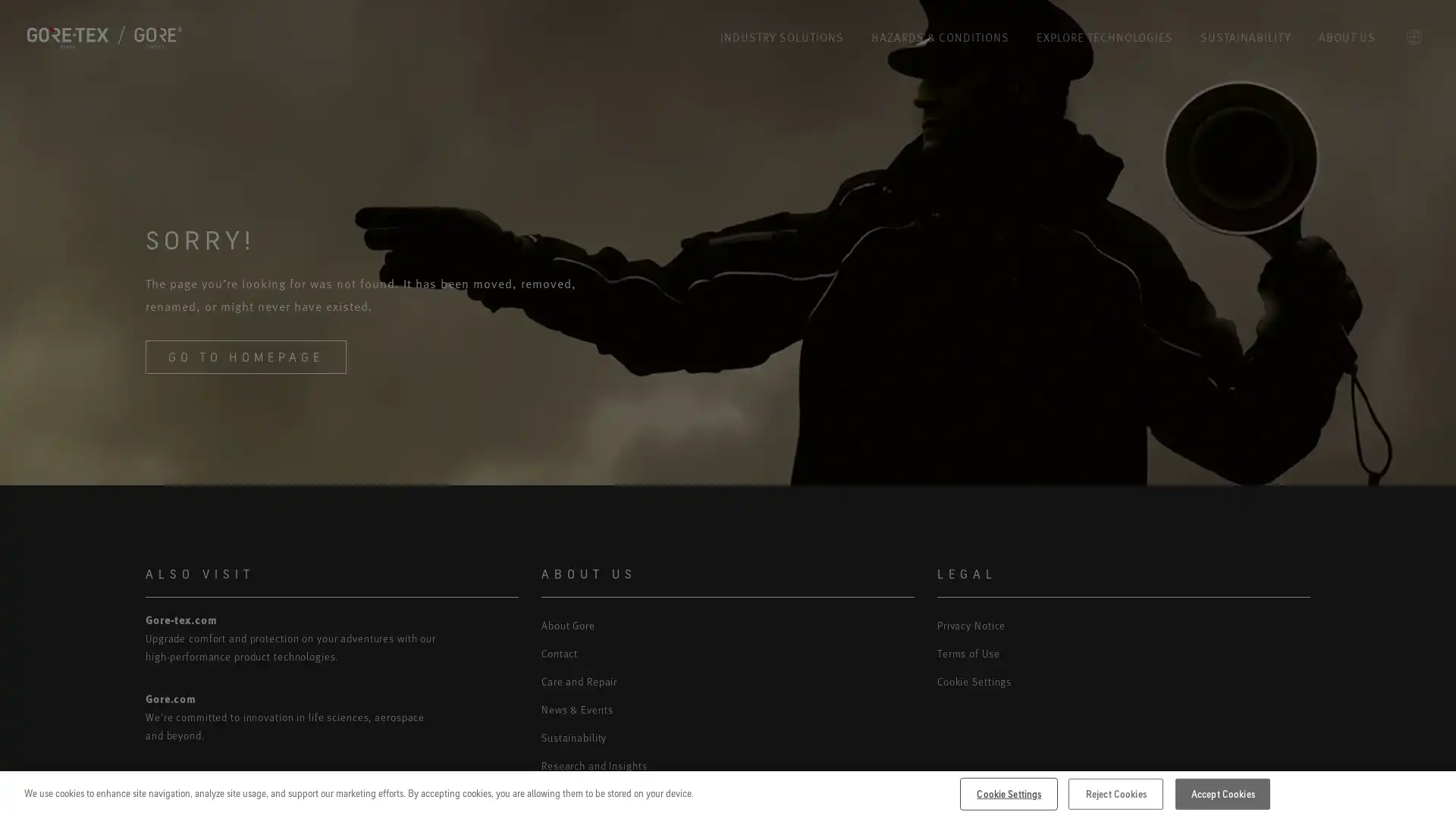 This screenshot has width=1456, height=819. I want to click on Accept Cookies, so click(1222, 792).